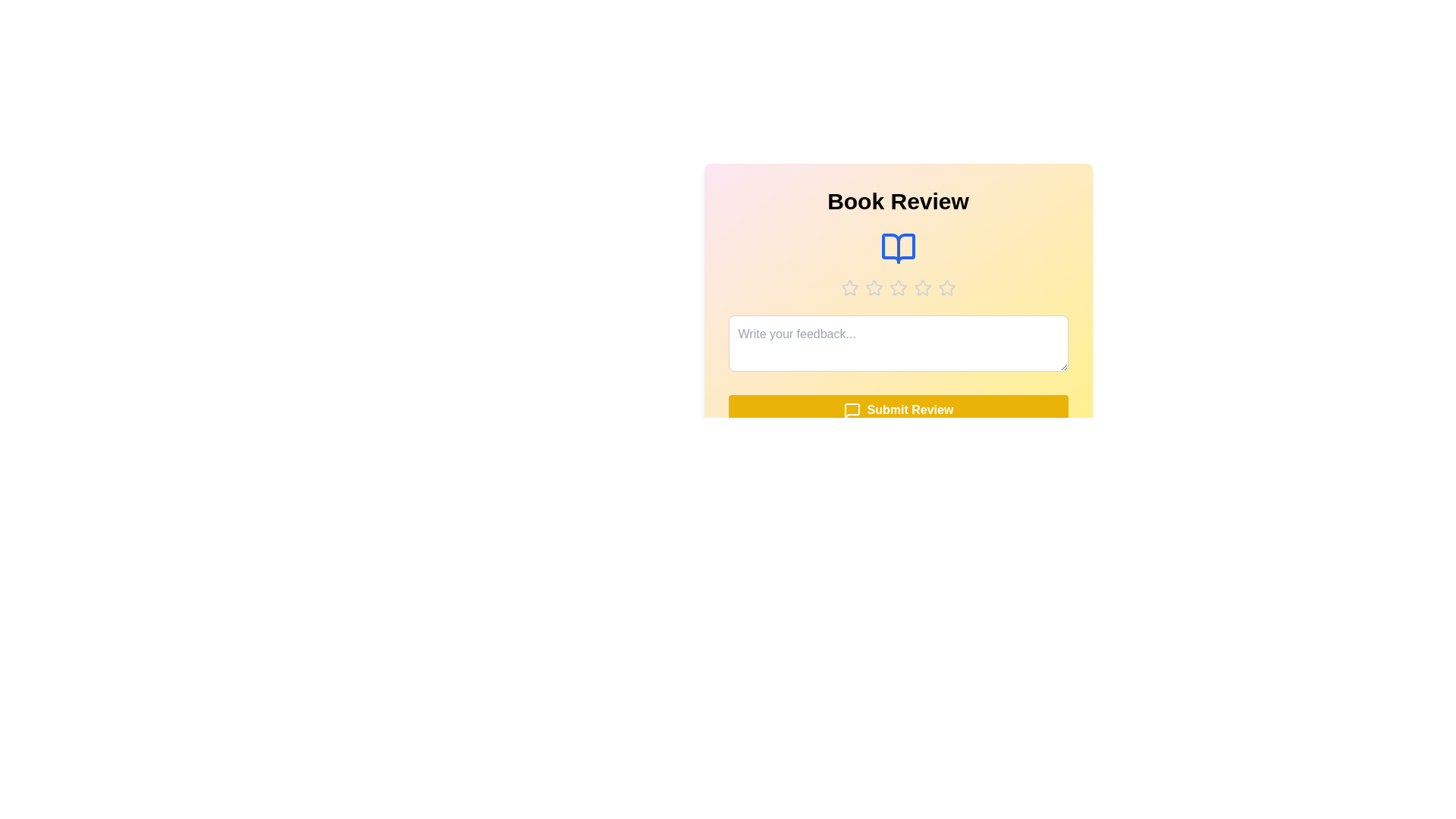 The height and width of the screenshot is (819, 1456). Describe the element at coordinates (898, 343) in the screenshot. I see `the text area to focus it and prepare for text input` at that location.